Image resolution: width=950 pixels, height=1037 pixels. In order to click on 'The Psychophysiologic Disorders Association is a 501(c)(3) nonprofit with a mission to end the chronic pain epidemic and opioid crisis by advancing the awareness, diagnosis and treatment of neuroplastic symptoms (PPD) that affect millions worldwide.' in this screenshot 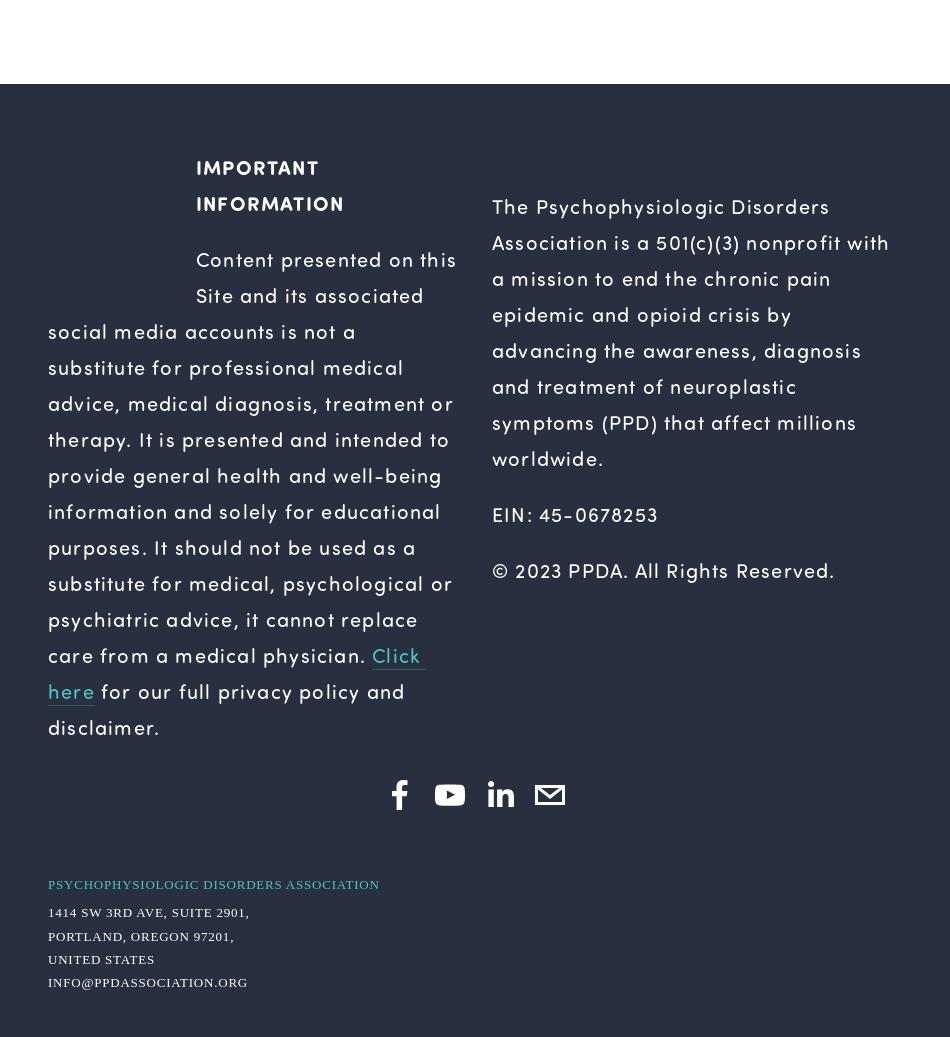, I will do `click(693, 330)`.